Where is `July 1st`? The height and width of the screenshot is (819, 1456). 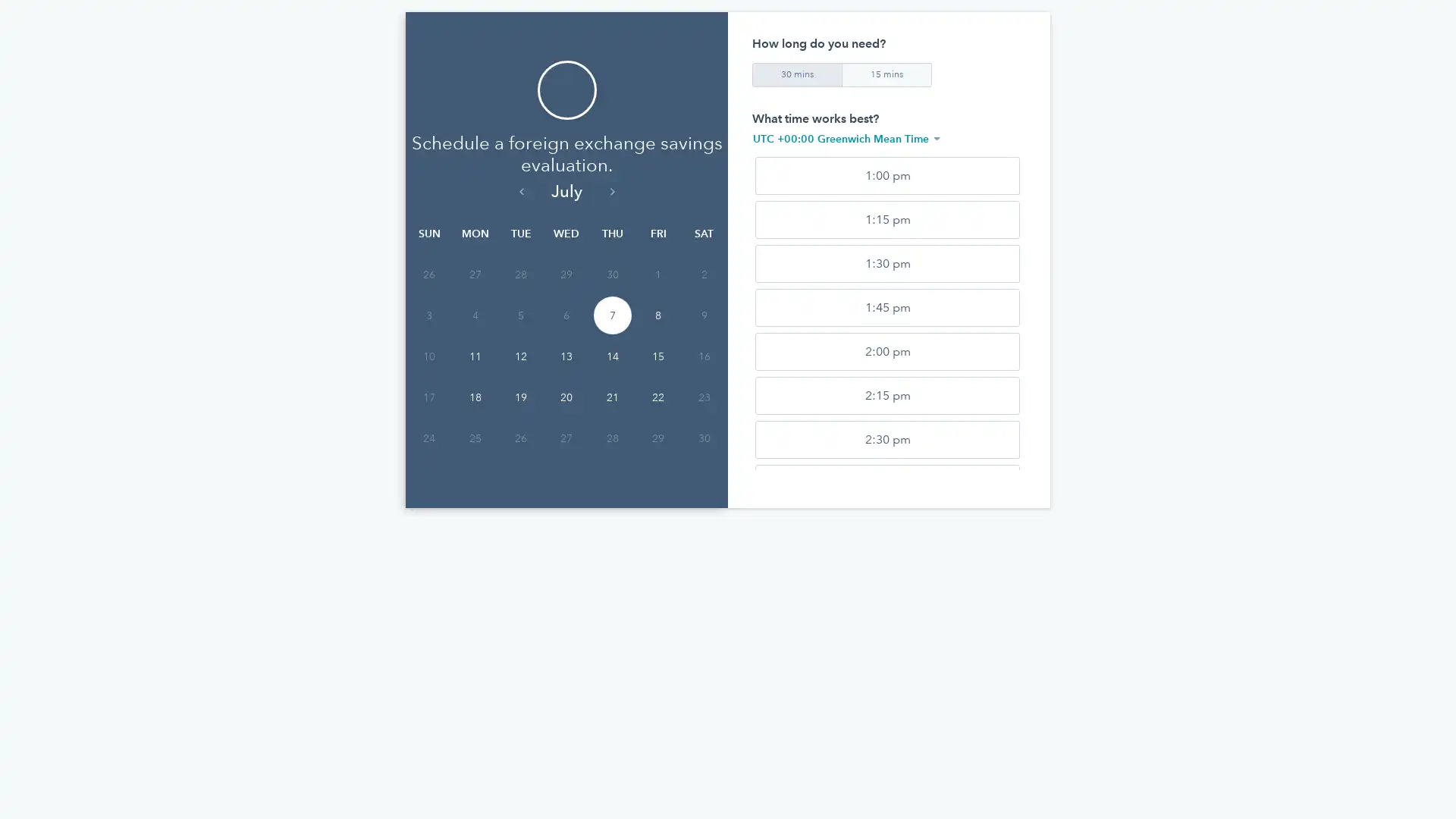 July 1st is located at coordinates (658, 275).